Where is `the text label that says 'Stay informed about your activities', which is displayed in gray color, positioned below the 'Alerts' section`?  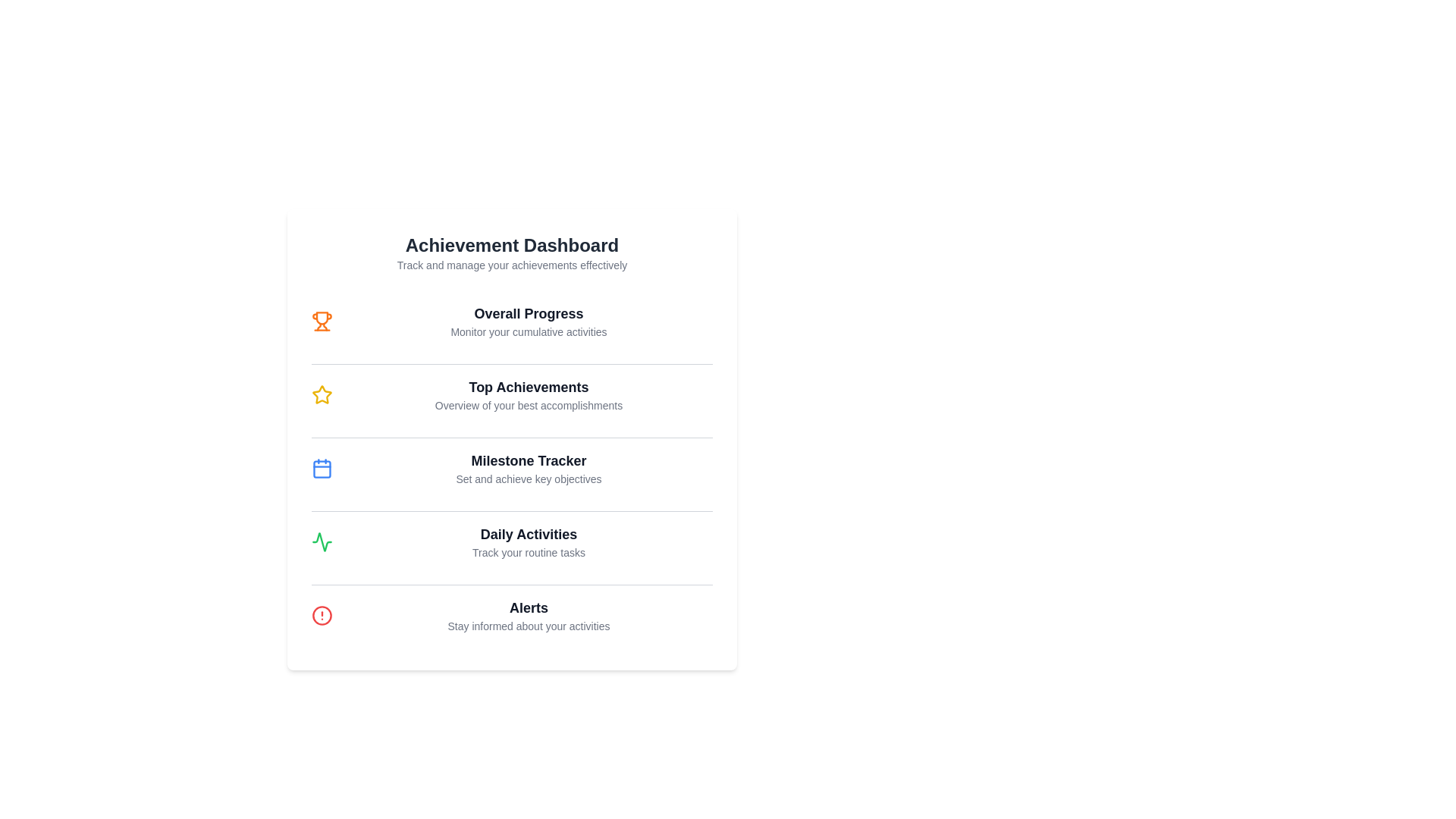 the text label that says 'Stay informed about your activities', which is displayed in gray color, positioned below the 'Alerts' section is located at coordinates (529, 626).